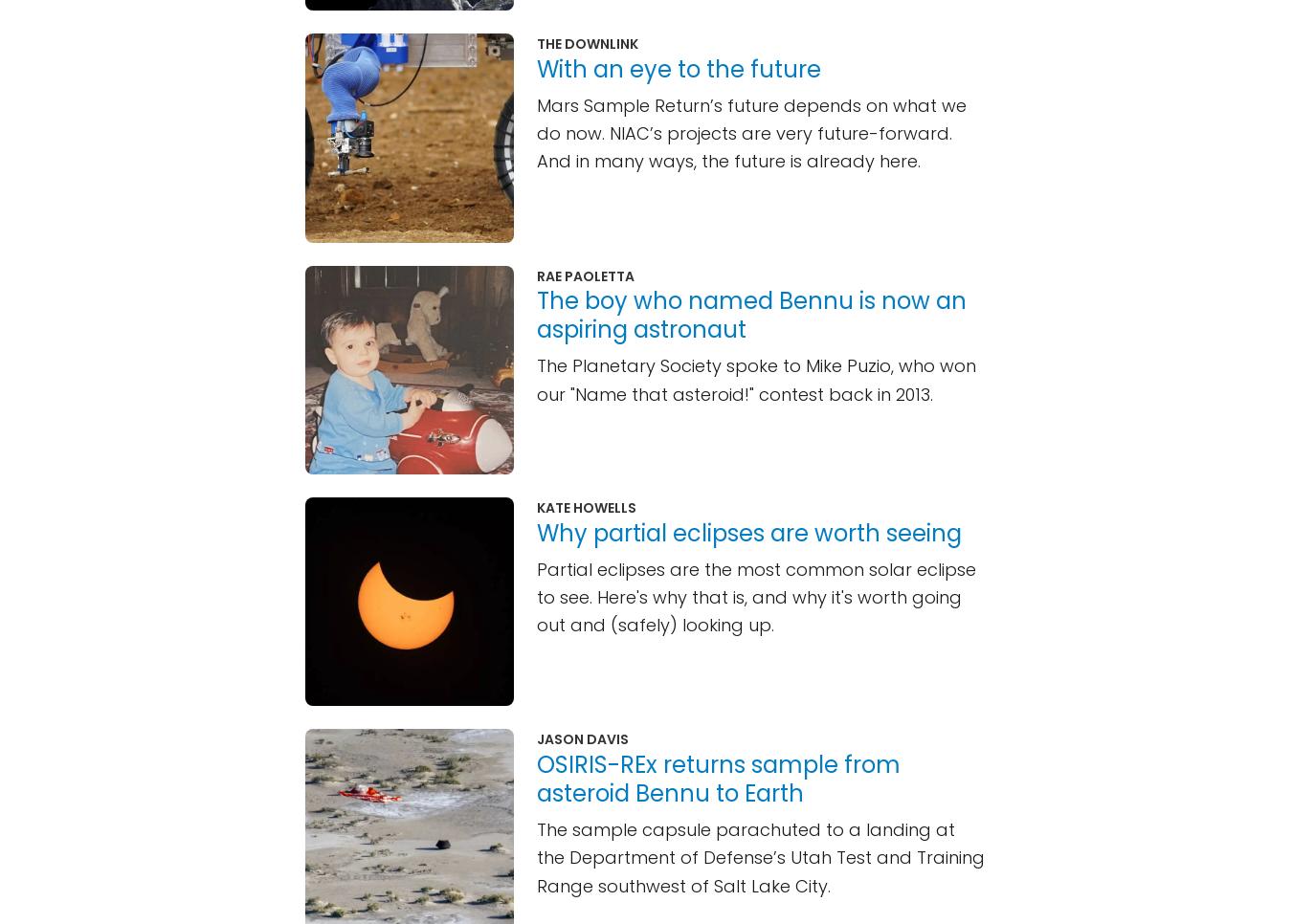  I want to click on 'The boy who named Bennu is now an aspiring astronaut', so click(750, 315).